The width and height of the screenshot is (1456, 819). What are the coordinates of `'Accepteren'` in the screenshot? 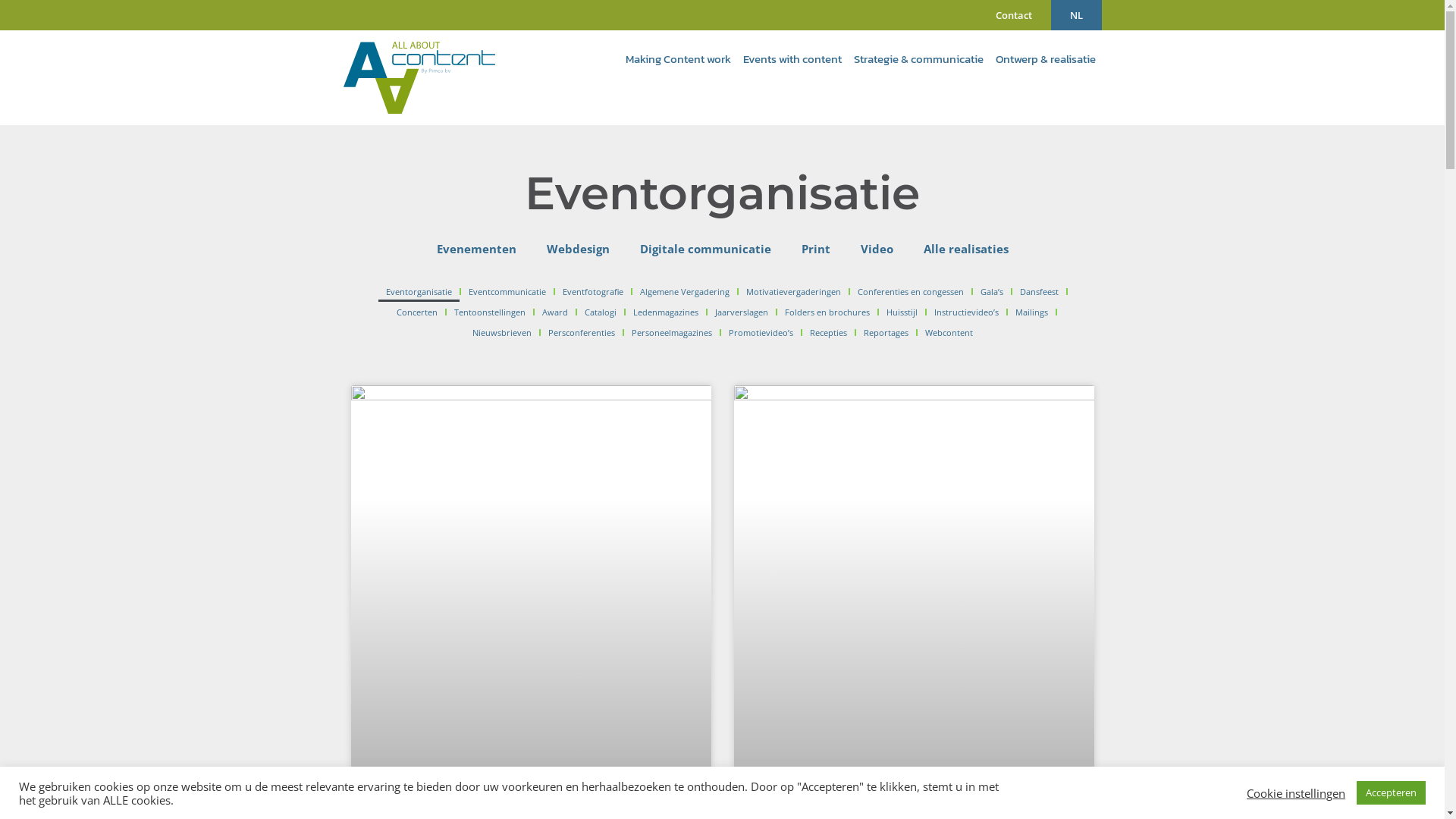 It's located at (1391, 792).